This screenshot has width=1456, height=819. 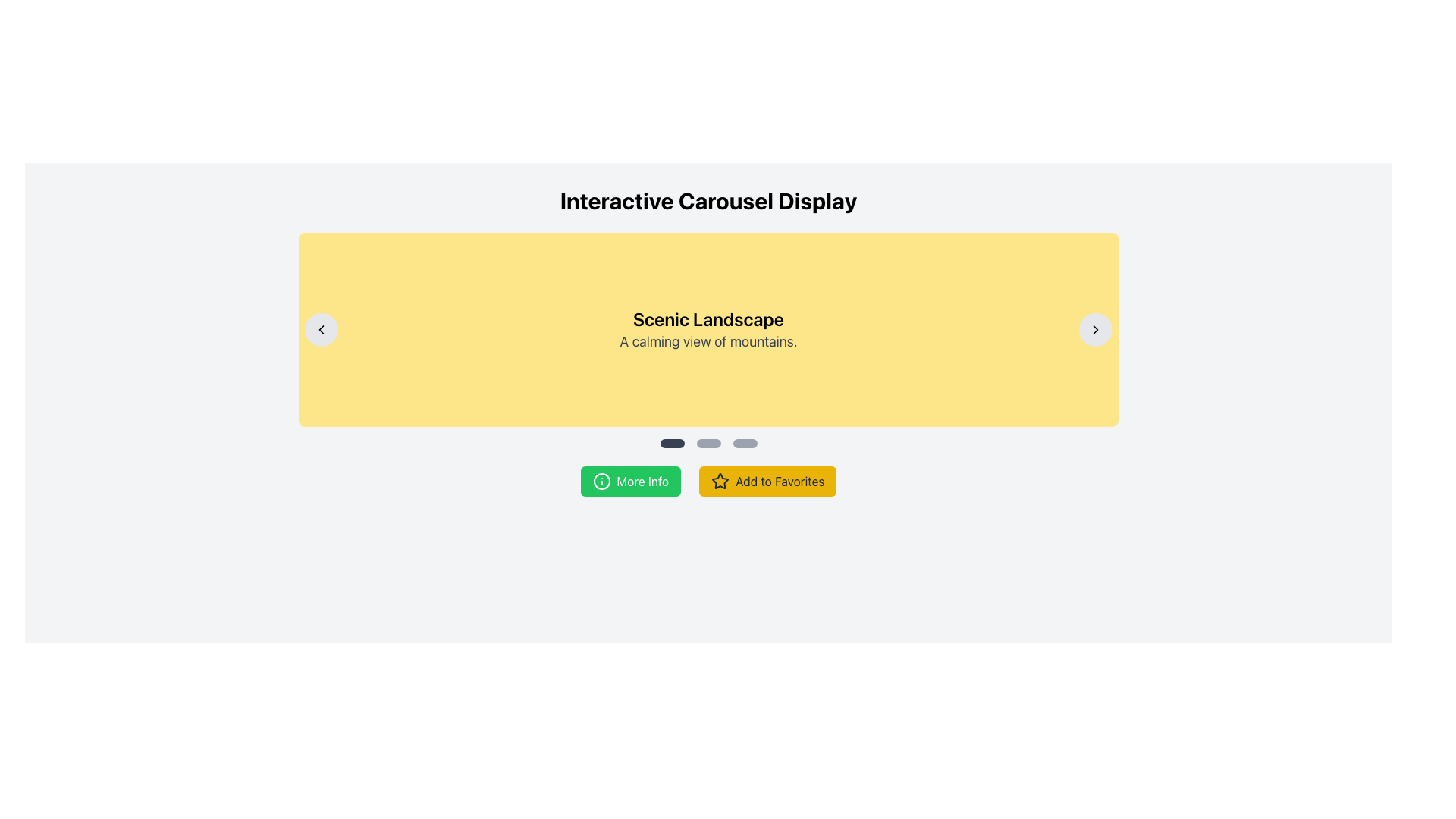 I want to click on the 'Add to Favorites' button, which is a rectangular button with a yellow background and a star icon, so click(x=767, y=482).